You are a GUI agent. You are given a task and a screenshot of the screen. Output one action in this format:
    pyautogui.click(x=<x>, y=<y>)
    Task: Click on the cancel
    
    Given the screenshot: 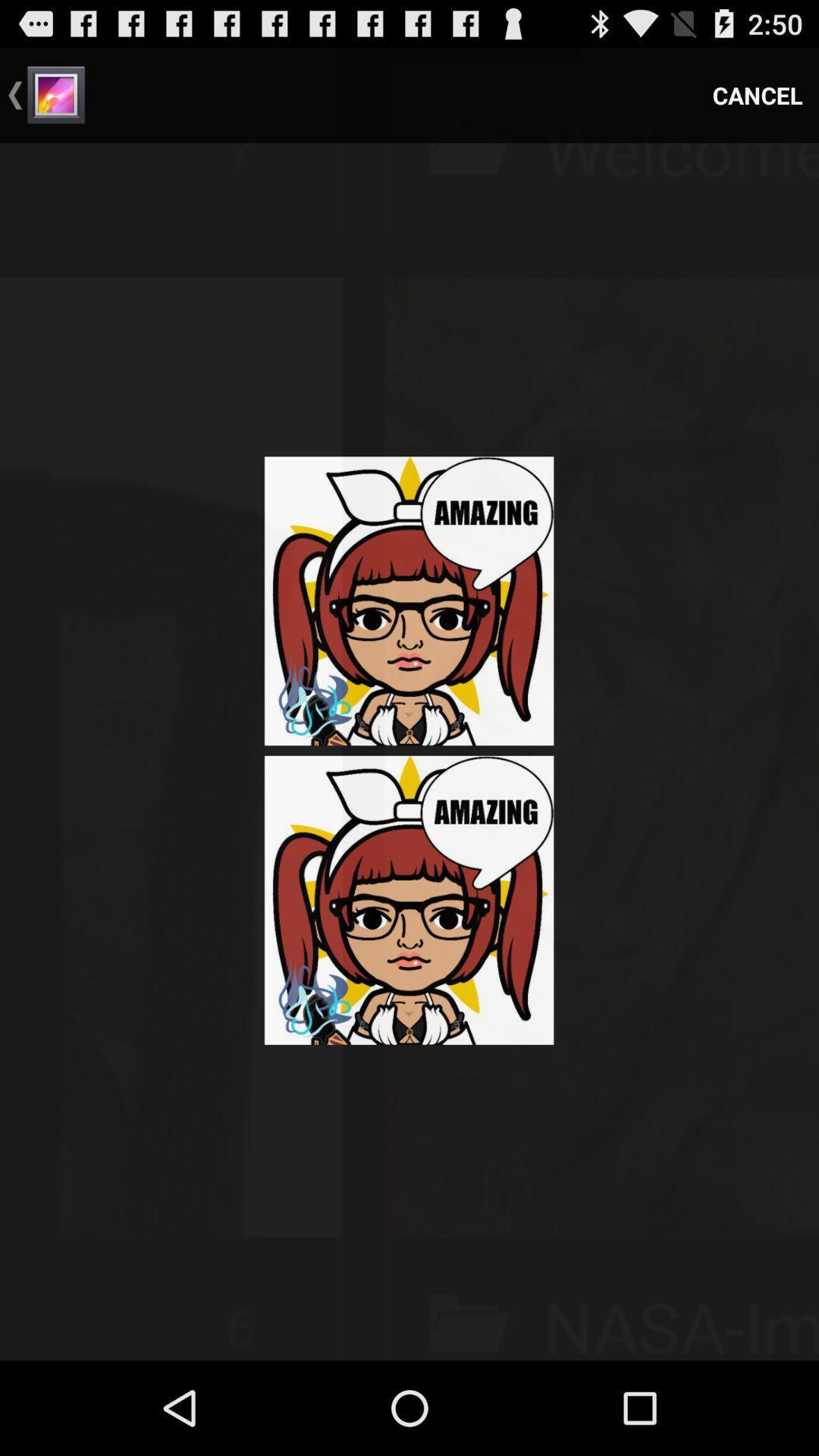 What is the action you would take?
    pyautogui.click(x=758, y=94)
    